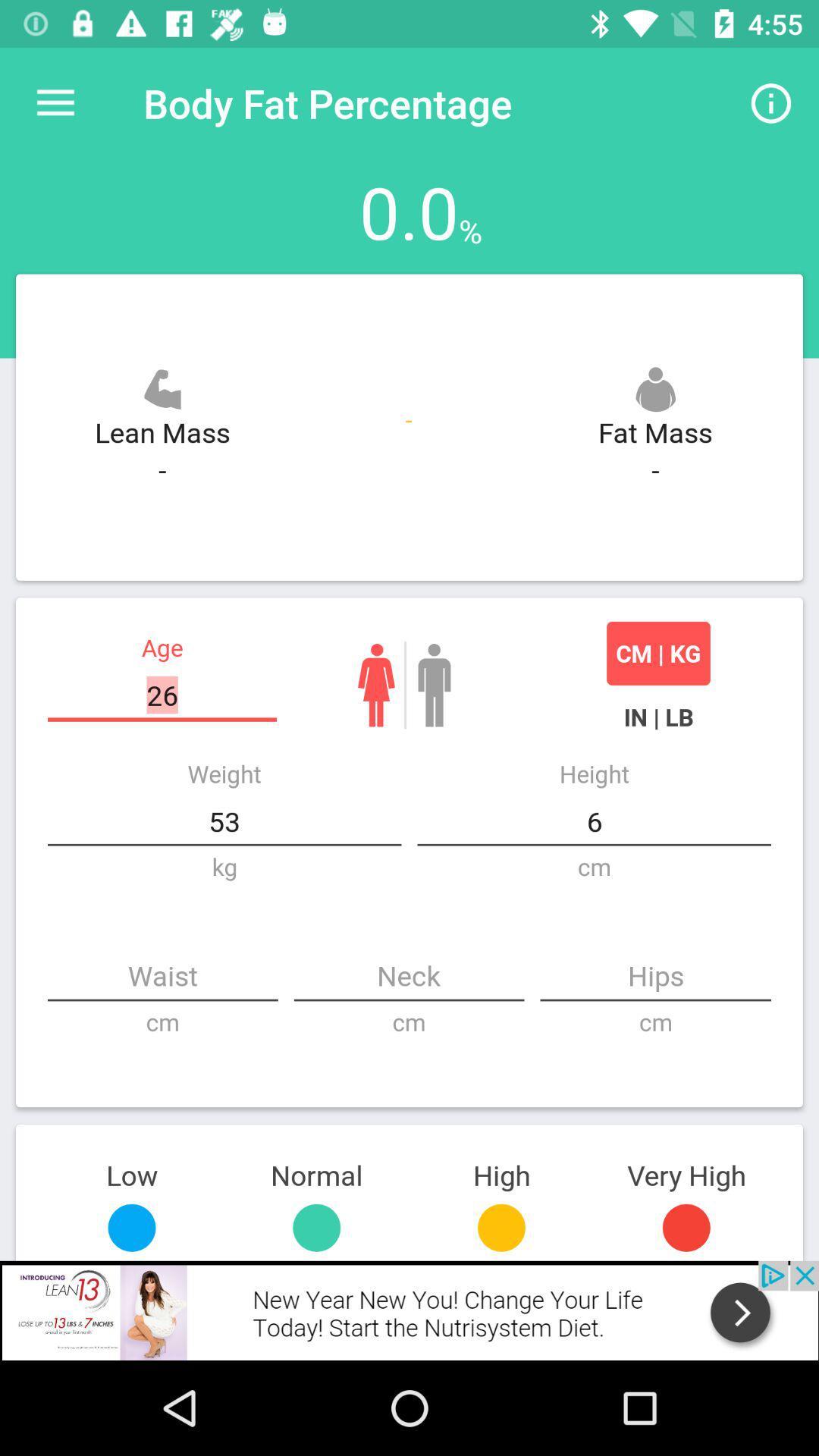 This screenshot has width=819, height=1456. Describe the element at coordinates (162, 389) in the screenshot. I see `the icon above lean mass` at that location.